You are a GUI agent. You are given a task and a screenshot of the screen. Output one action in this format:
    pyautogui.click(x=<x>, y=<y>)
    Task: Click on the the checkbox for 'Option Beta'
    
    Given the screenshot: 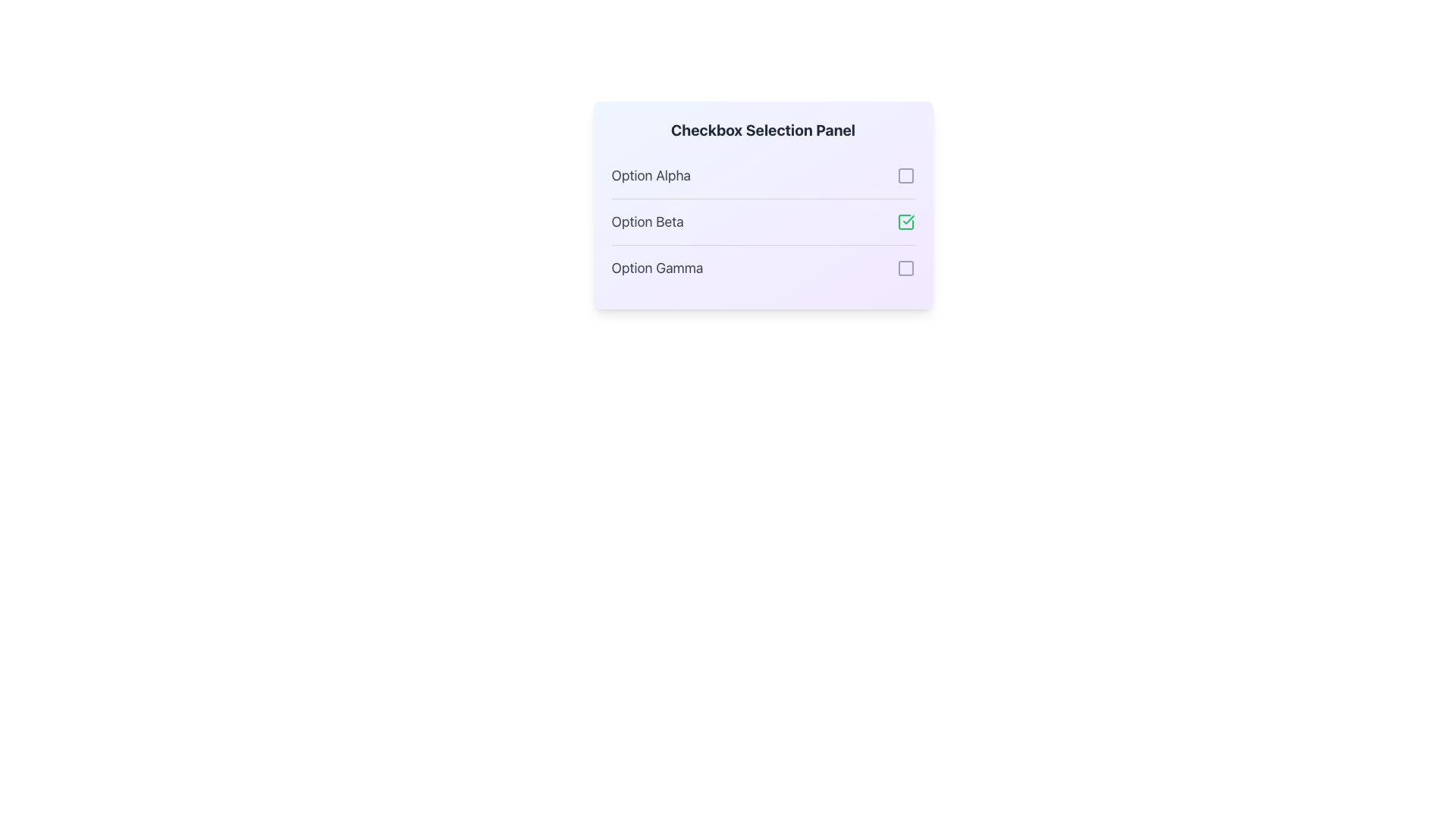 What is the action you would take?
    pyautogui.click(x=763, y=222)
    